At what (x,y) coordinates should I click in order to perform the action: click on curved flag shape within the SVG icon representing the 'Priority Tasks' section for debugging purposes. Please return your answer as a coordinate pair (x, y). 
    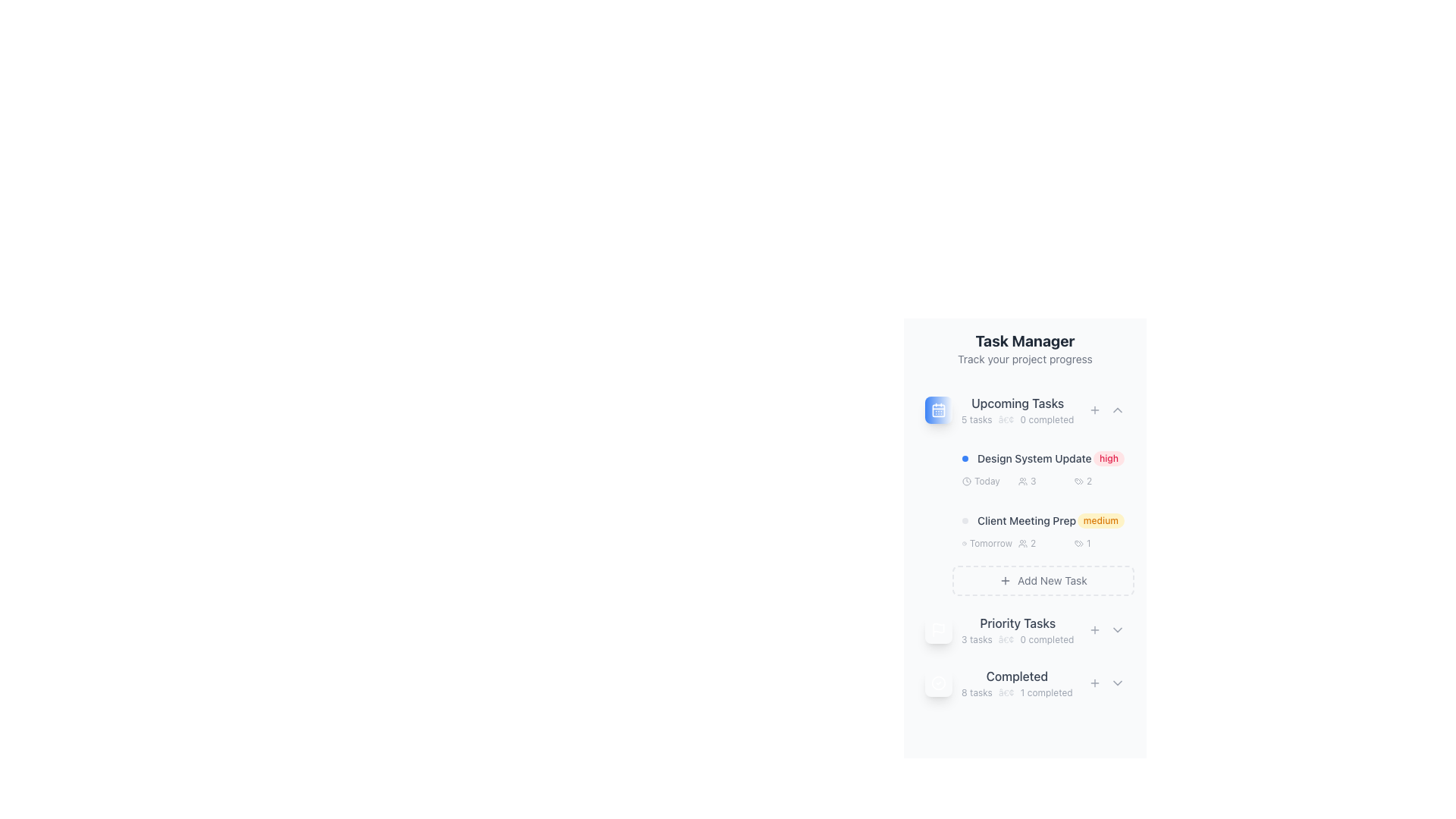
    Looking at the image, I should click on (938, 628).